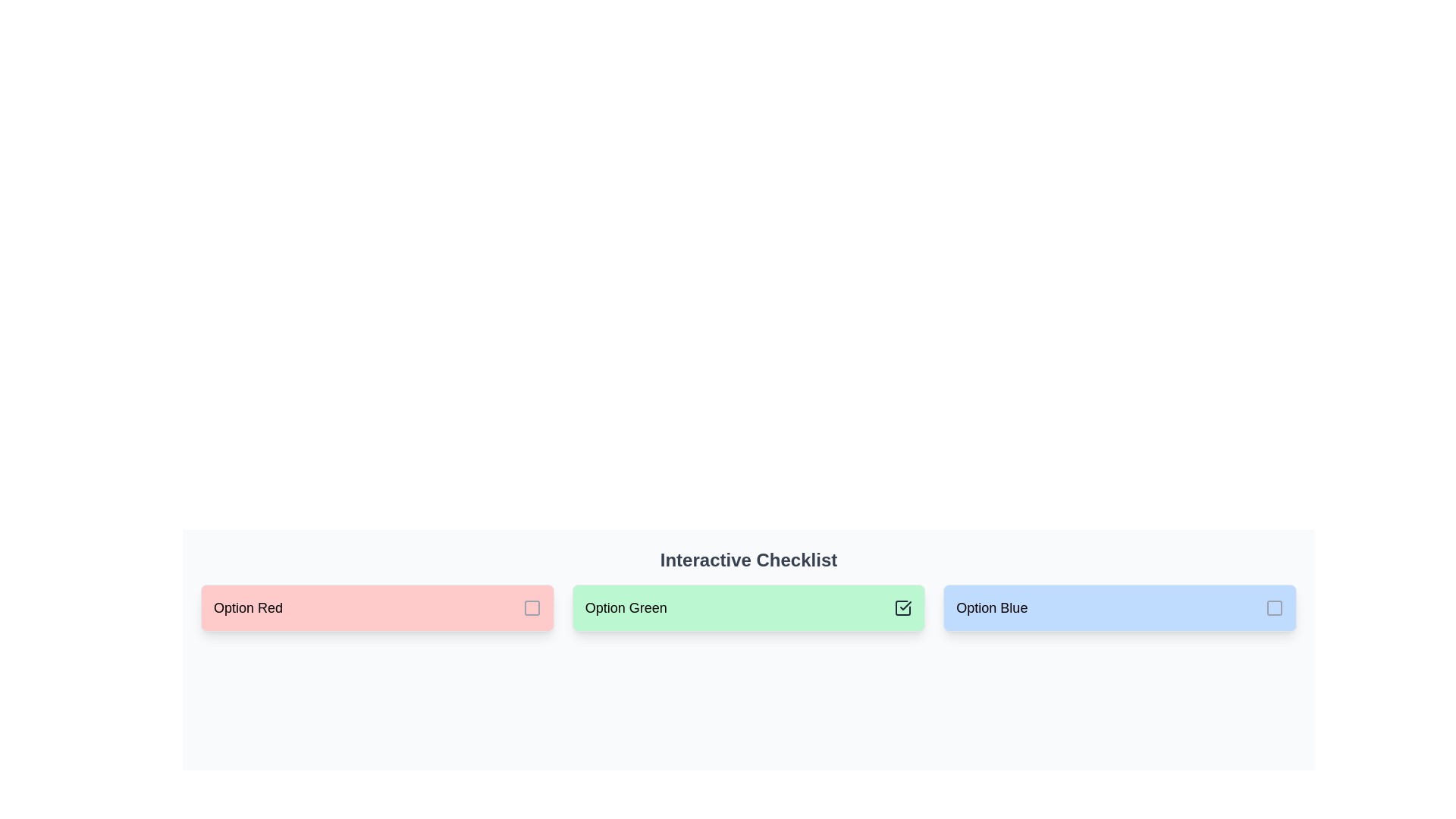 This screenshot has width=1456, height=819. Describe the element at coordinates (248, 607) in the screenshot. I see `the text label displaying 'Option Red', which is bold and black on a light red background, located in the leftmost panel of three options` at that location.